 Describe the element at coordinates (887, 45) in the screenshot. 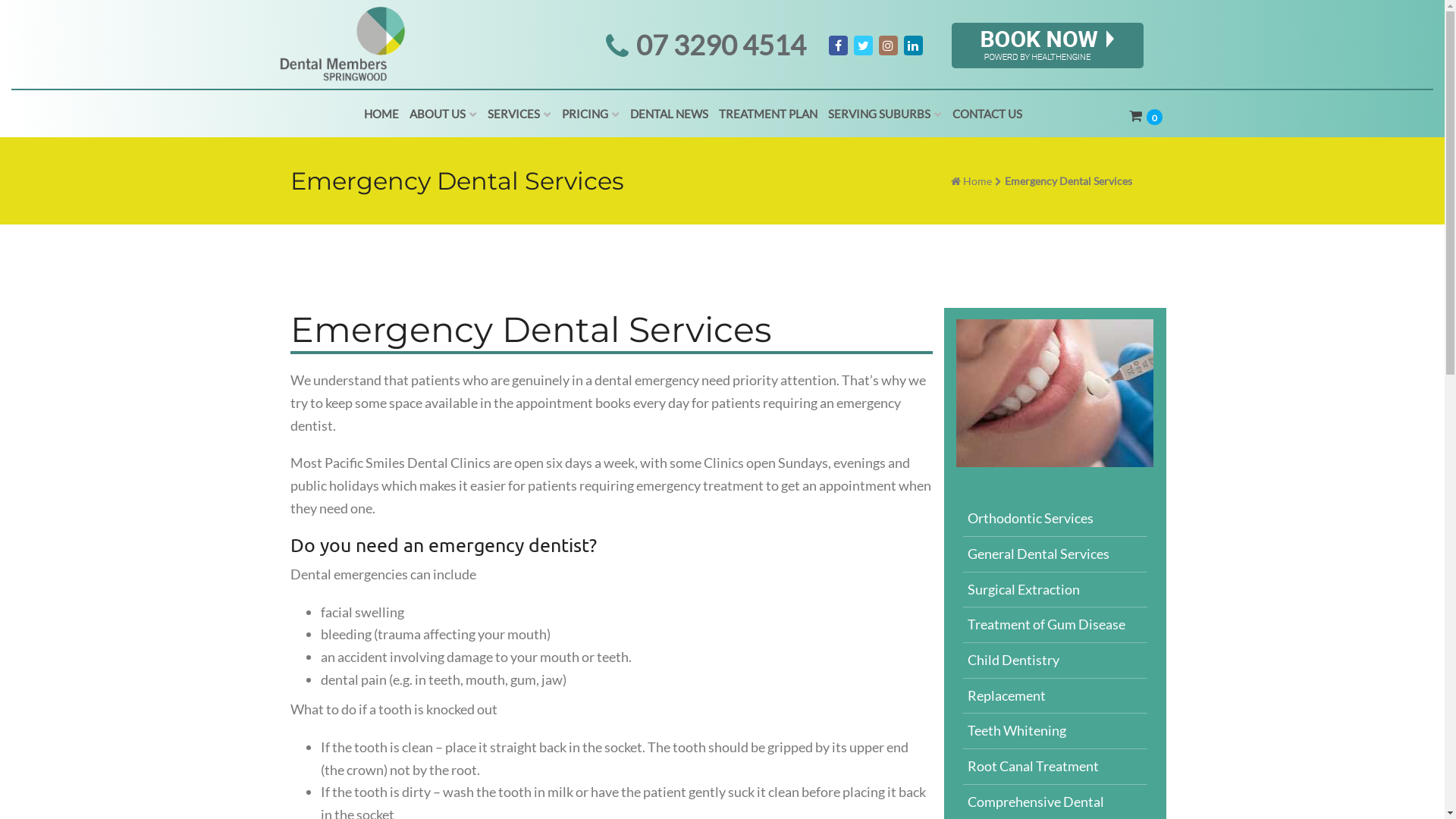

I see `'Instragram'` at that location.